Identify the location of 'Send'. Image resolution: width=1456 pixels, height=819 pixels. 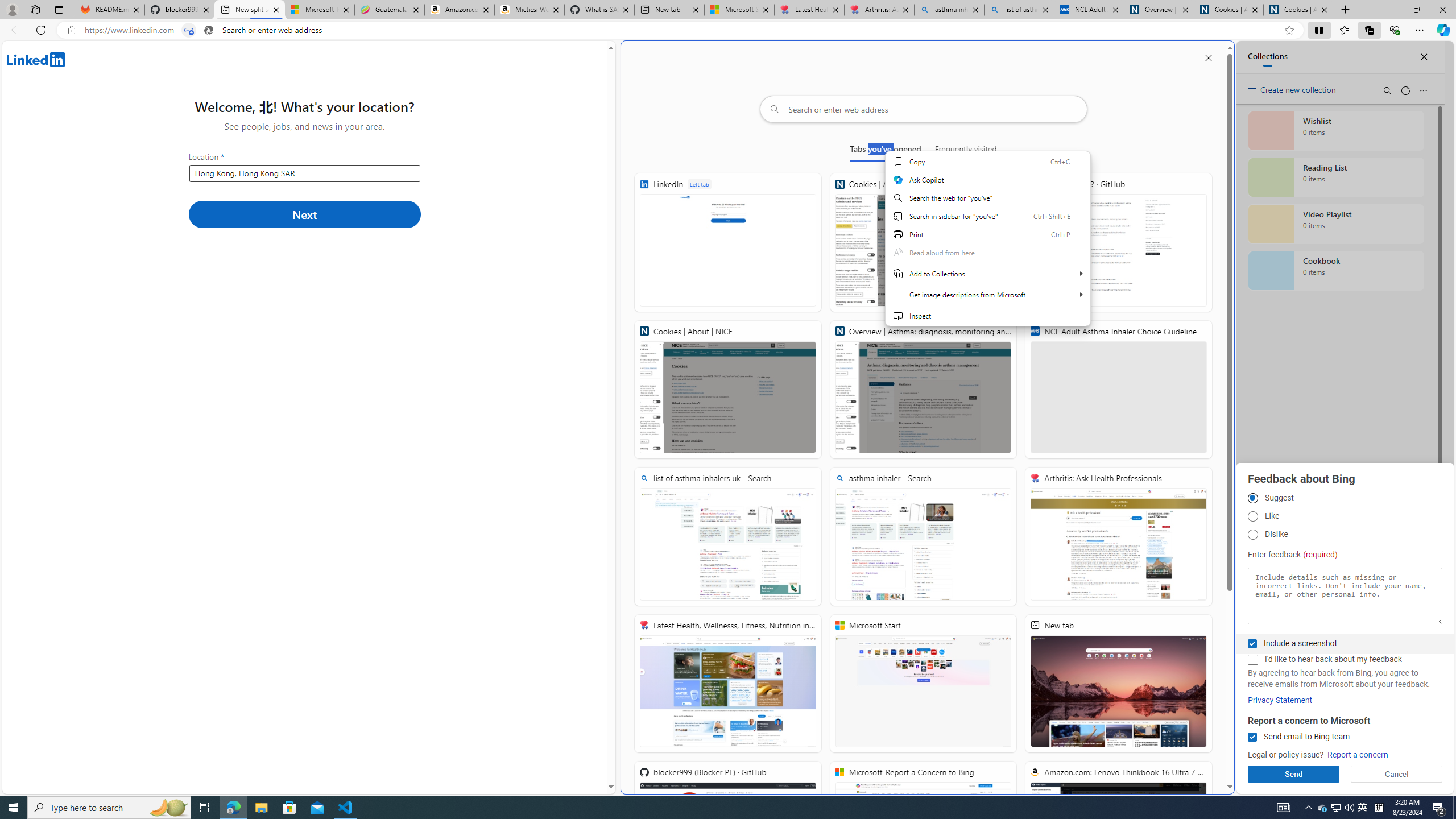
(1293, 773).